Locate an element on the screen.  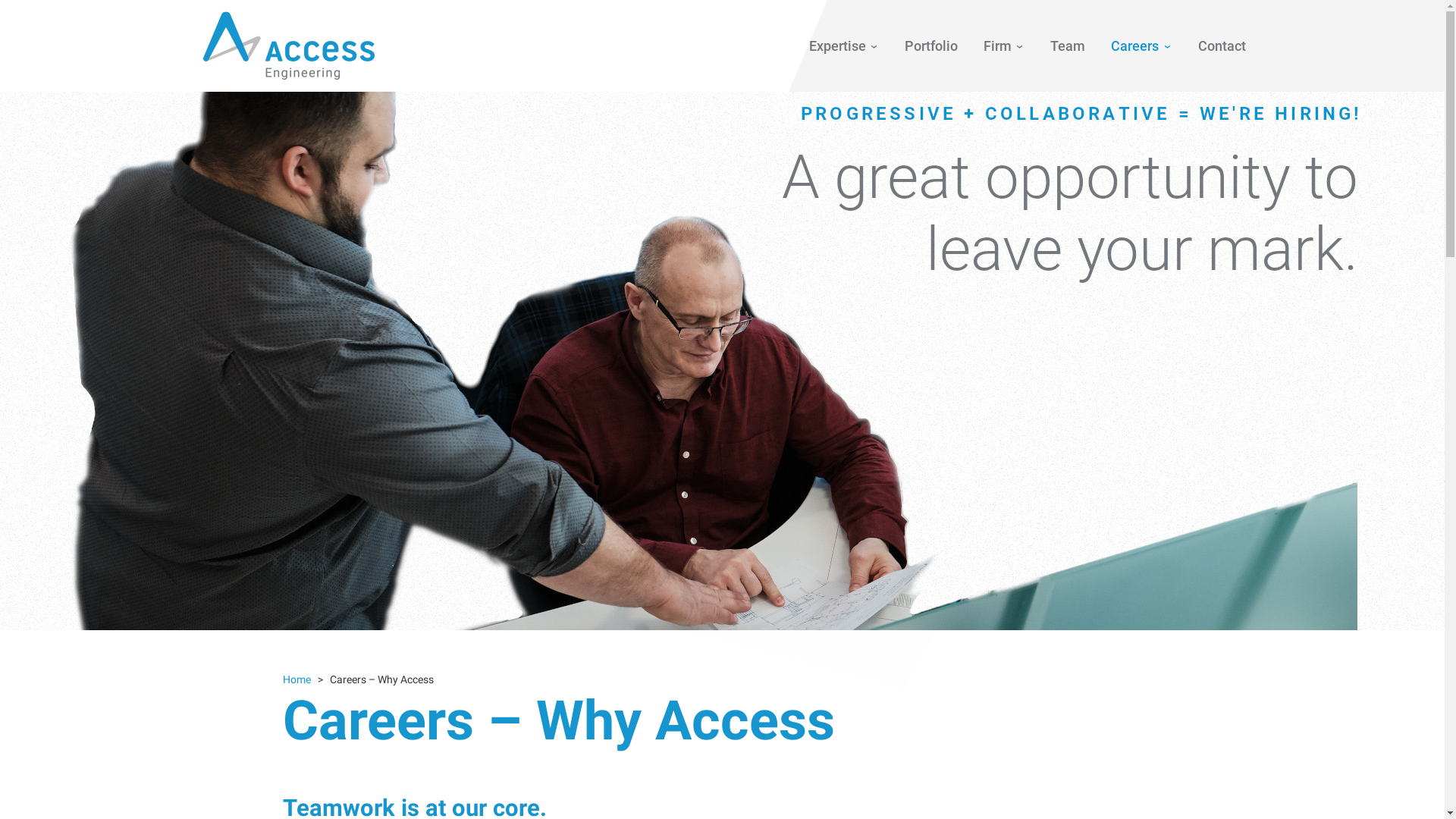
'Firm' is located at coordinates (1004, 45).